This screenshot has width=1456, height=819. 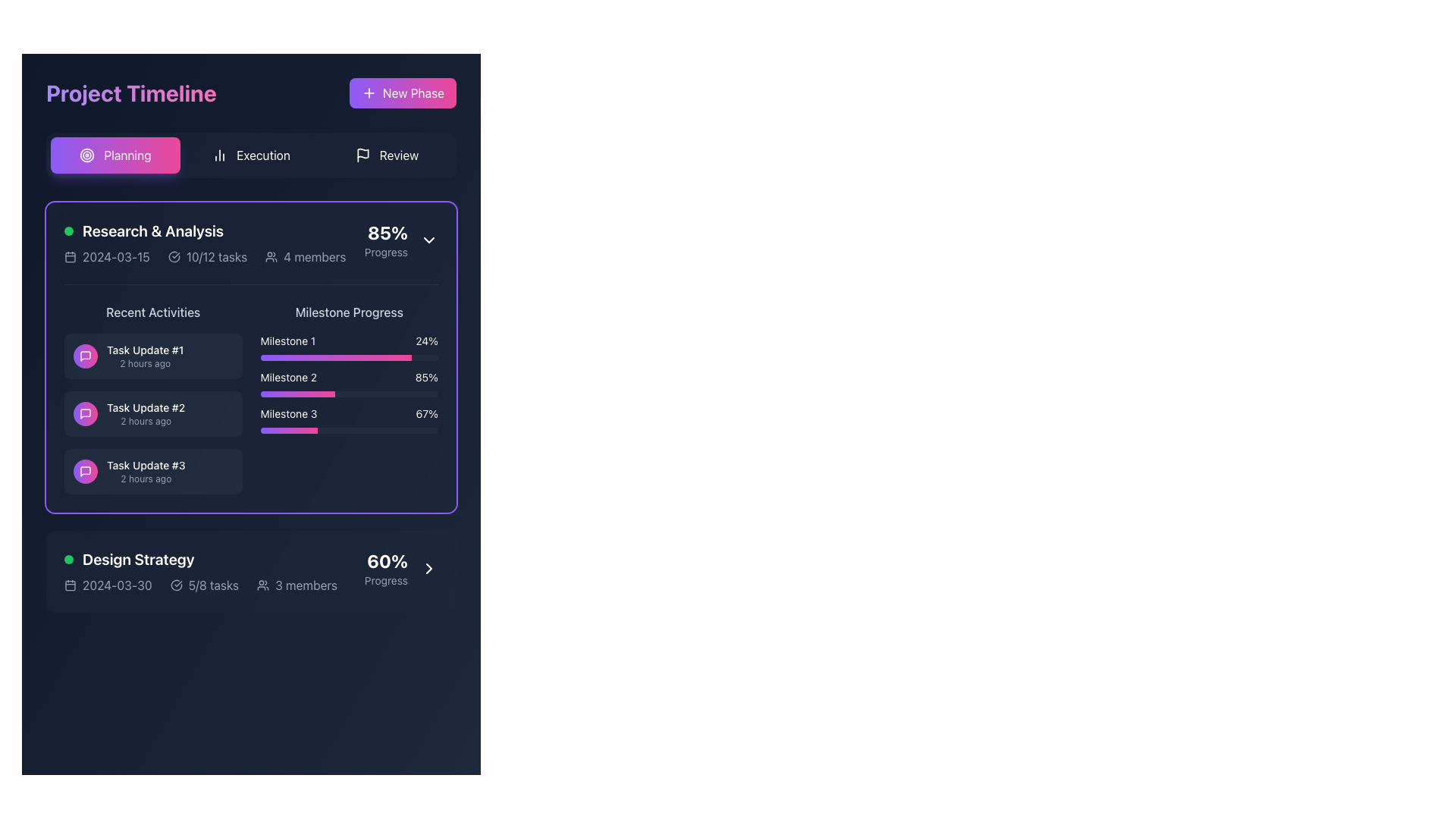 What do you see at coordinates (107, 584) in the screenshot?
I see `the text label displaying the date '2024-03-30' with an associated calendar icon located in the 'Design Strategy' group, which is the leftmost element in that section` at bounding box center [107, 584].